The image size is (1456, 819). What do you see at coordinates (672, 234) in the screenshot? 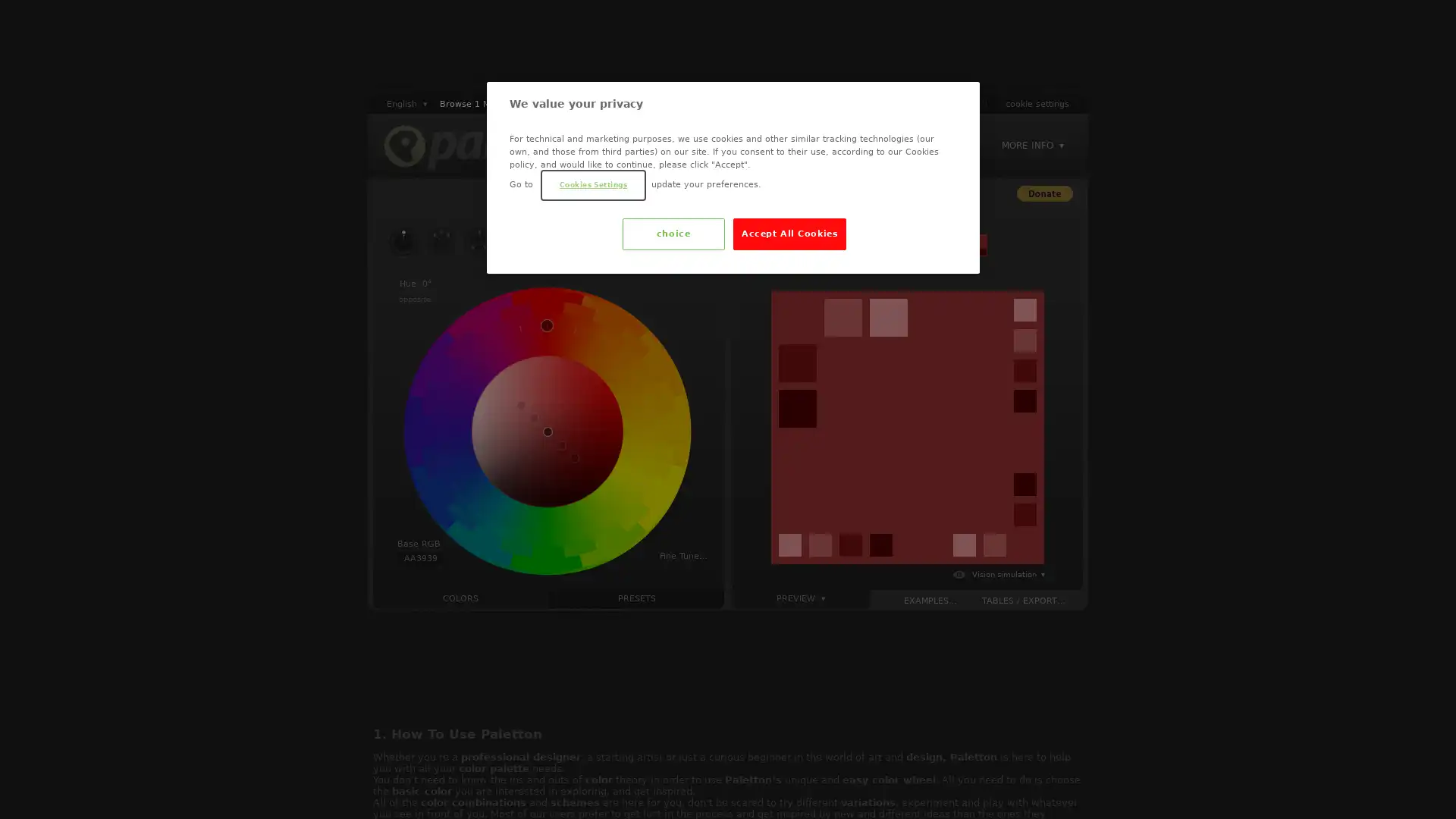
I see `choice` at bounding box center [672, 234].